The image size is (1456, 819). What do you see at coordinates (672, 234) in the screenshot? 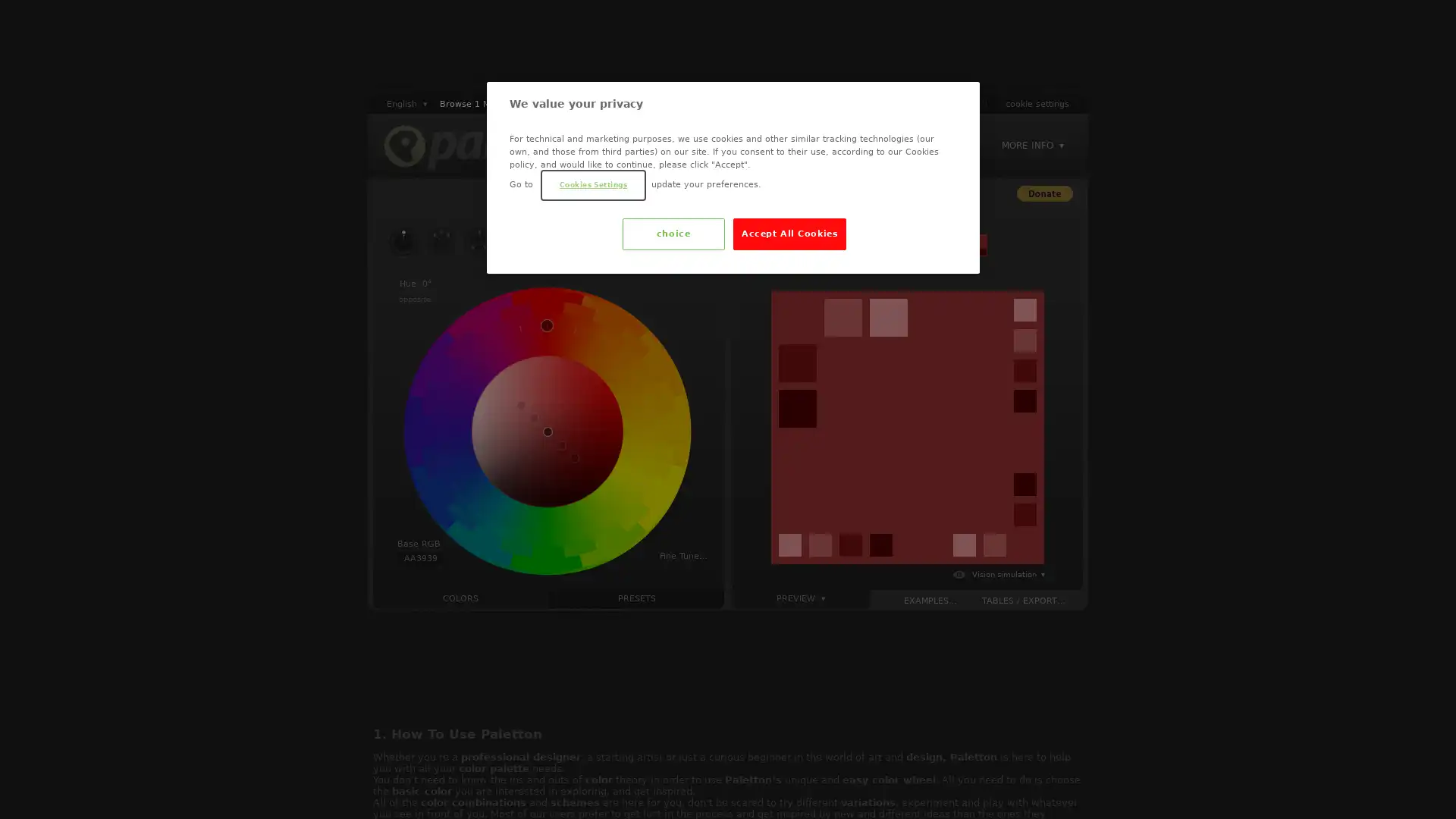
I see `choice` at bounding box center [672, 234].